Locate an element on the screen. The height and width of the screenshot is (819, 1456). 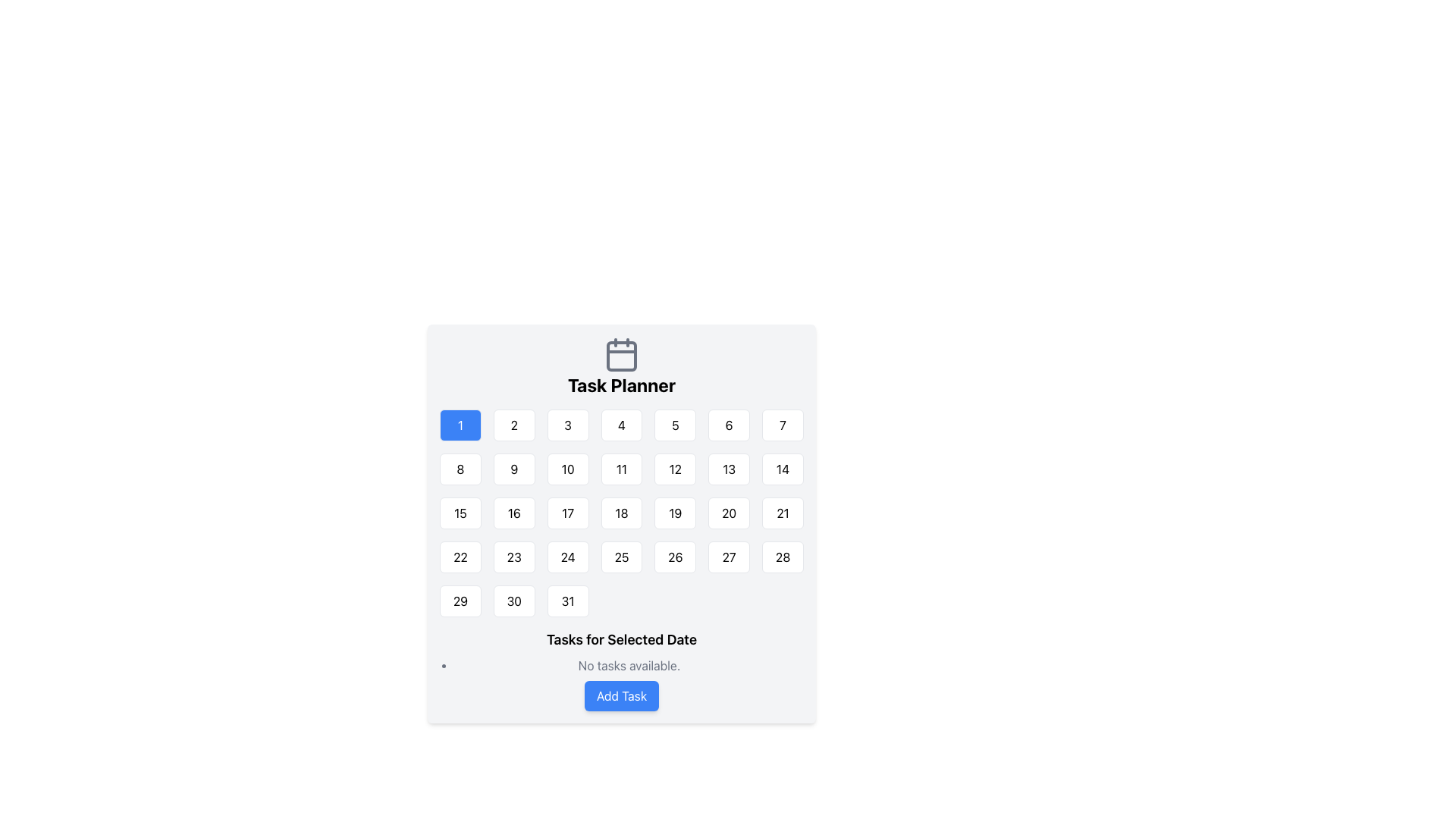
the button representing the selectable day '3' in the calendar interface is located at coordinates (567, 425).